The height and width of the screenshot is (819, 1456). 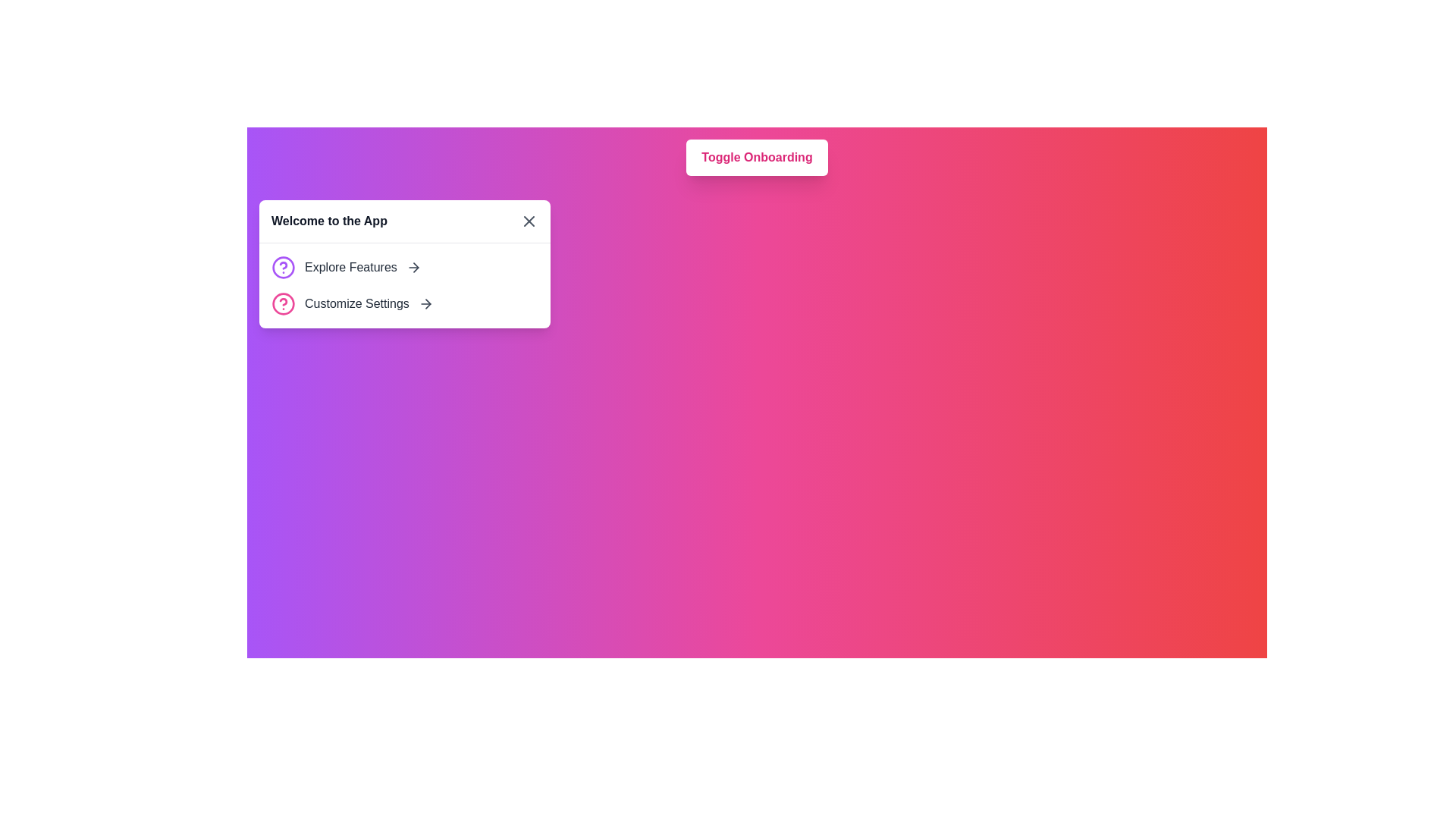 I want to click on the 'Customize Settings' text label, which is a medium-weight dark gray font located in the second row of options in the 'Welcome to the App' panel, so click(x=356, y=304).